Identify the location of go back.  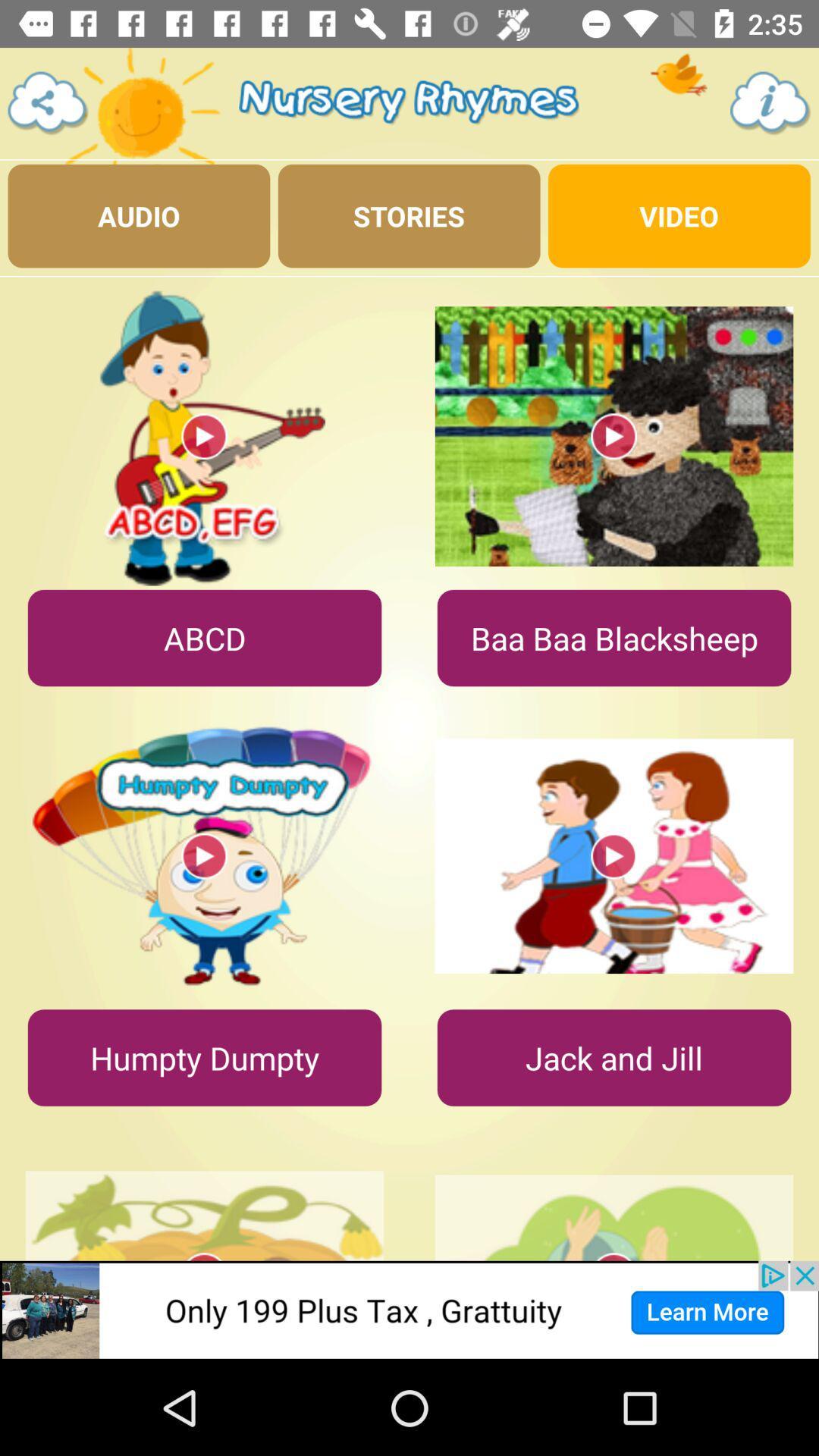
(47, 102).